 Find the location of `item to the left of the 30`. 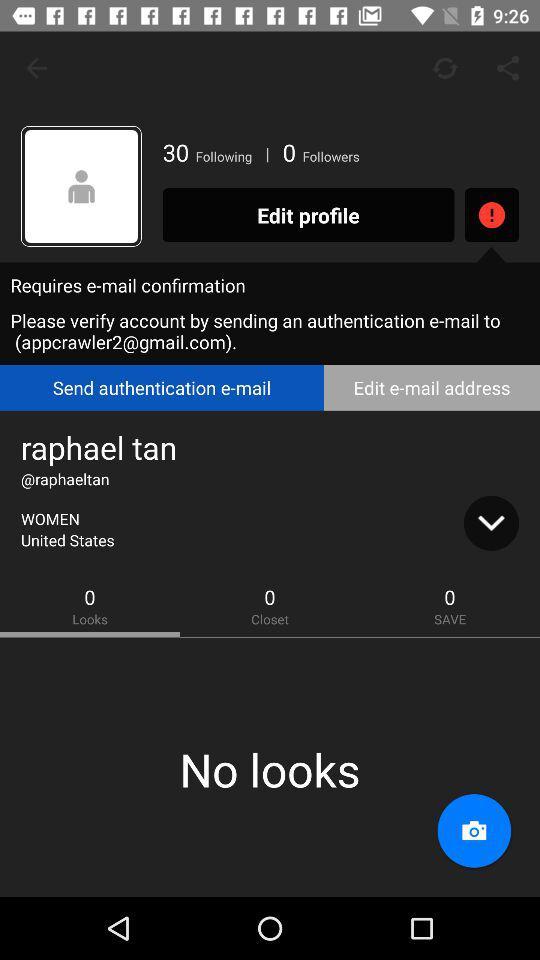

item to the left of the 30 is located at coordinates (80, 186).